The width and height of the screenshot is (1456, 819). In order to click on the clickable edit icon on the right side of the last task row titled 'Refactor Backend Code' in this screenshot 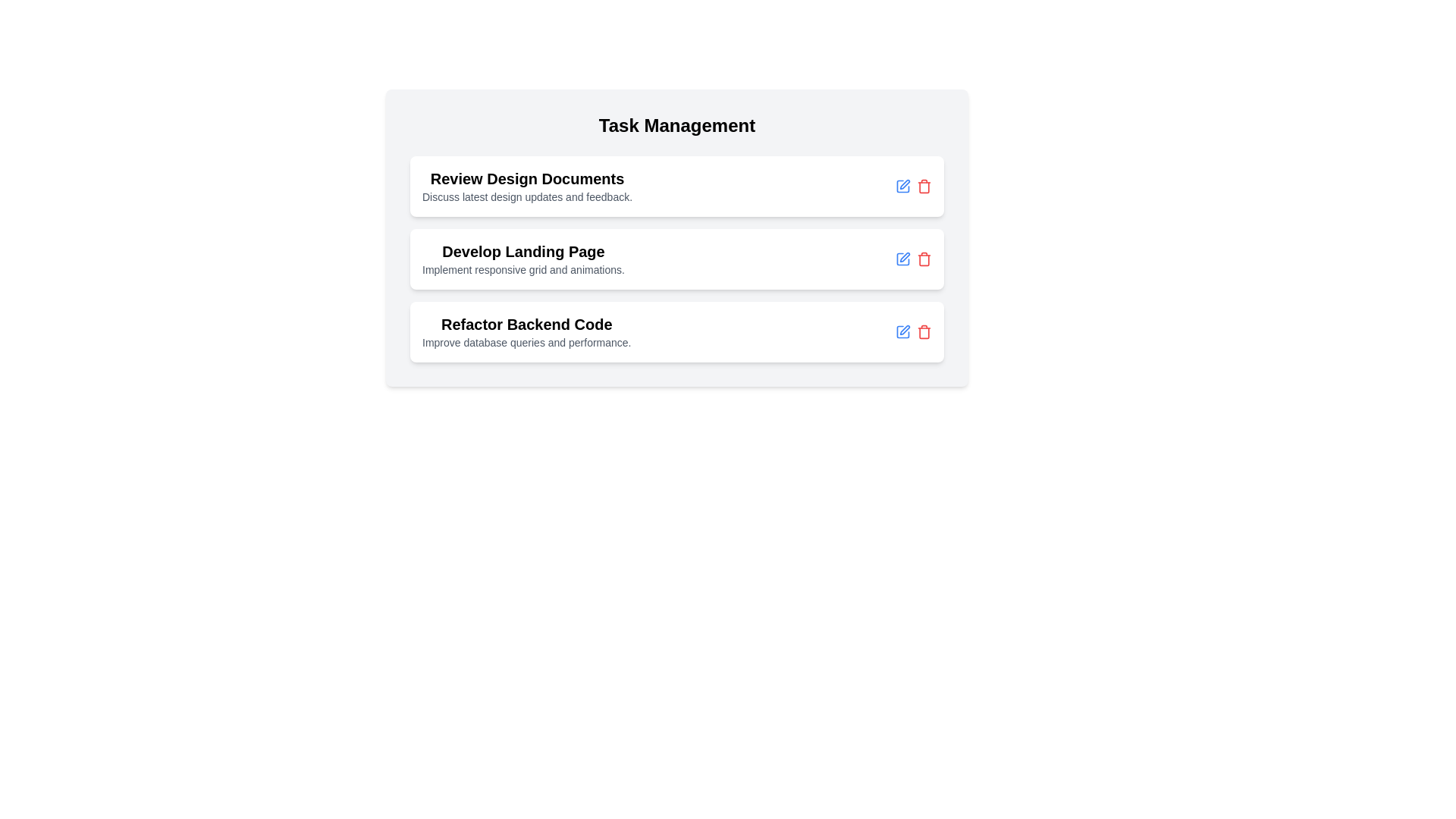, I will do `click(902, 331)`.